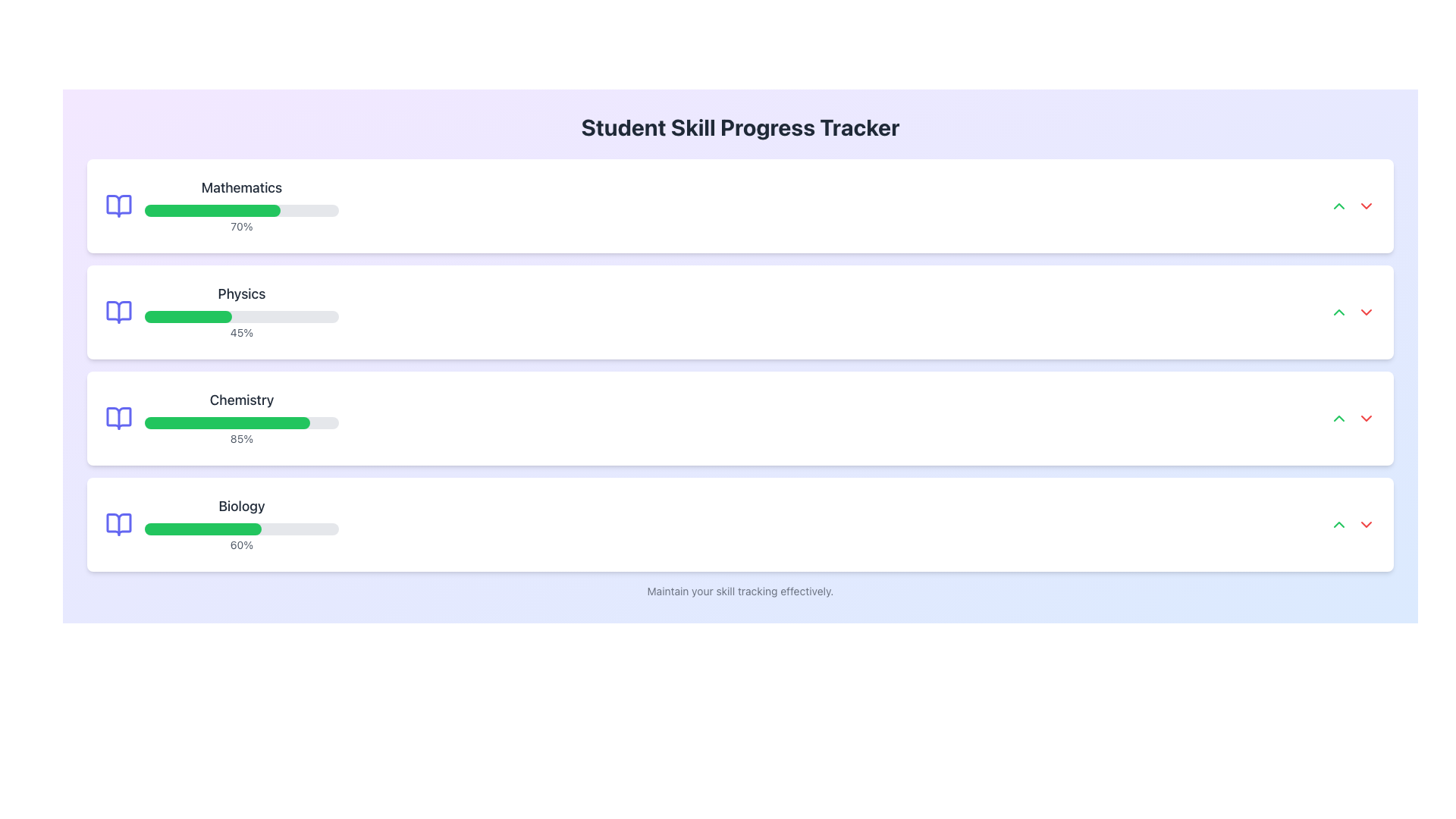 This screenshot has height=819, width=1456. I want to click on the book icon with a blue outline located to the left of the green progress bar indicating 'Physics' and '45%'. This icon is the top-left icon within the 'Physics' progress card, the second card in a vertical list, so click(118, 312).